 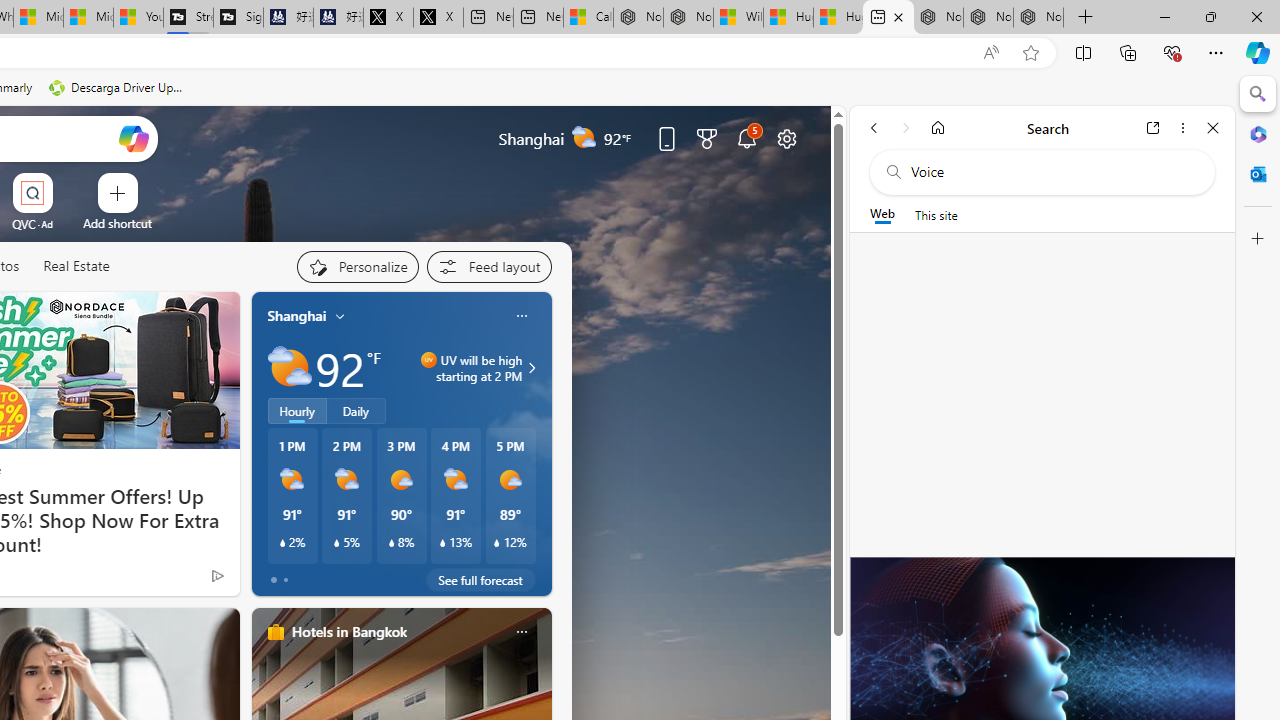 I want to click on 'Microsoft 365', so click(x=1257, y=133).